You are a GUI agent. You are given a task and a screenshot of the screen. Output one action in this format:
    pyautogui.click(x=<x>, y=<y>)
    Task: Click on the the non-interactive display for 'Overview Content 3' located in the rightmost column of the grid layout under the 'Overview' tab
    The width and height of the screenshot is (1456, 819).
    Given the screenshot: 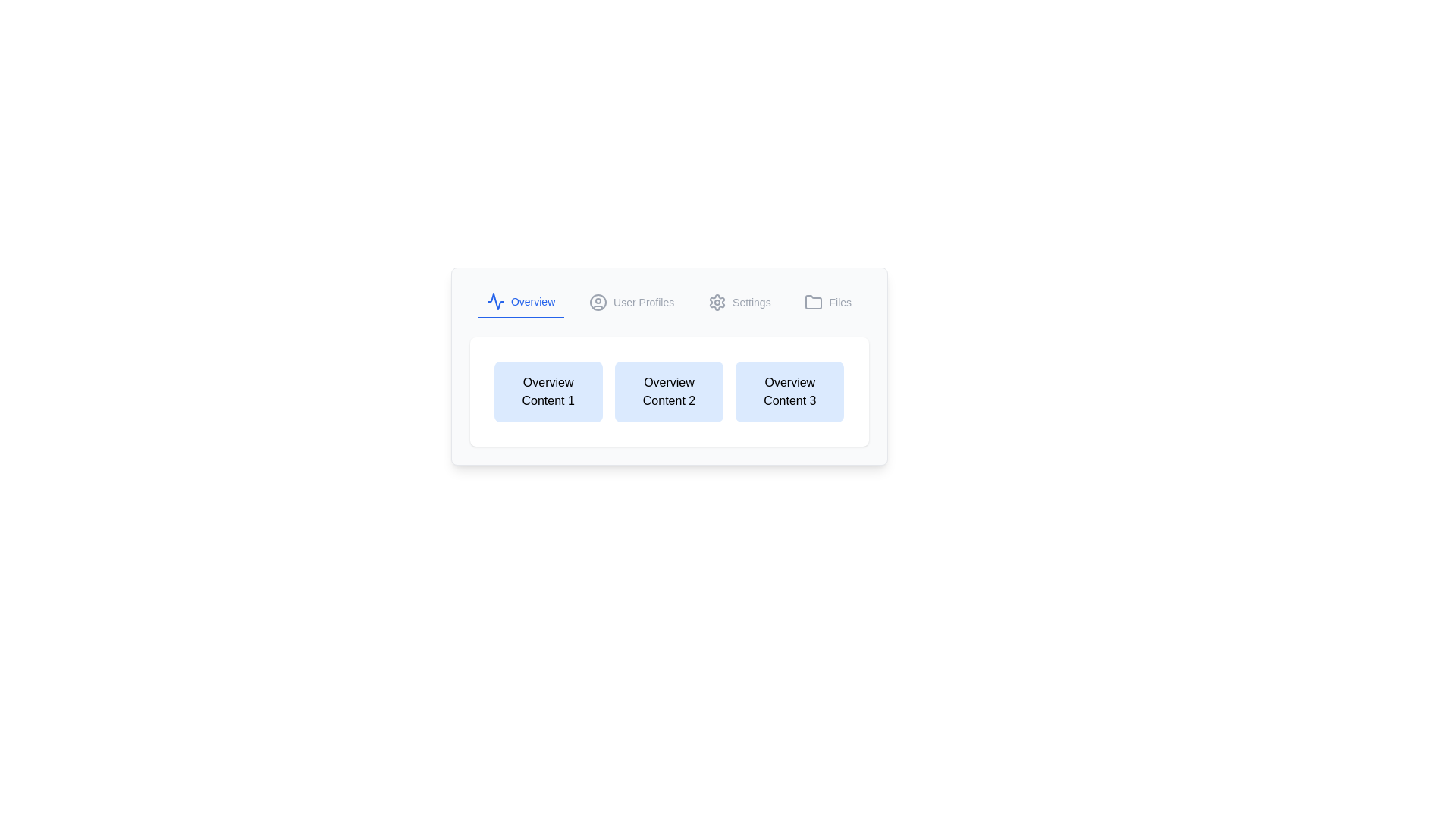 What is the action you would take?
    pyautogui.click(x=789, y=391)
    